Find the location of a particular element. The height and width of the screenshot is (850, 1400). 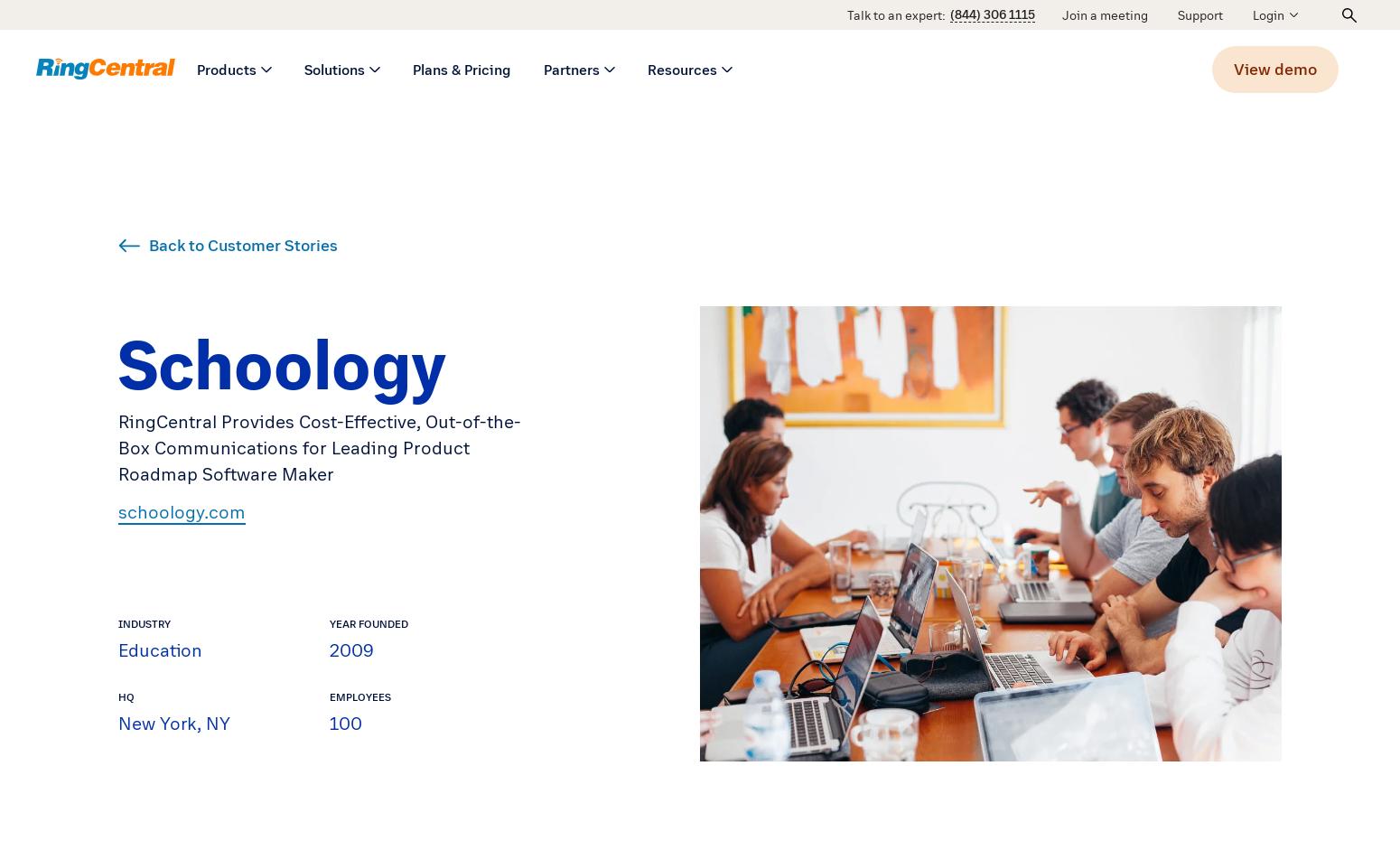

'Year founded' is located at coordinates (329, 622).